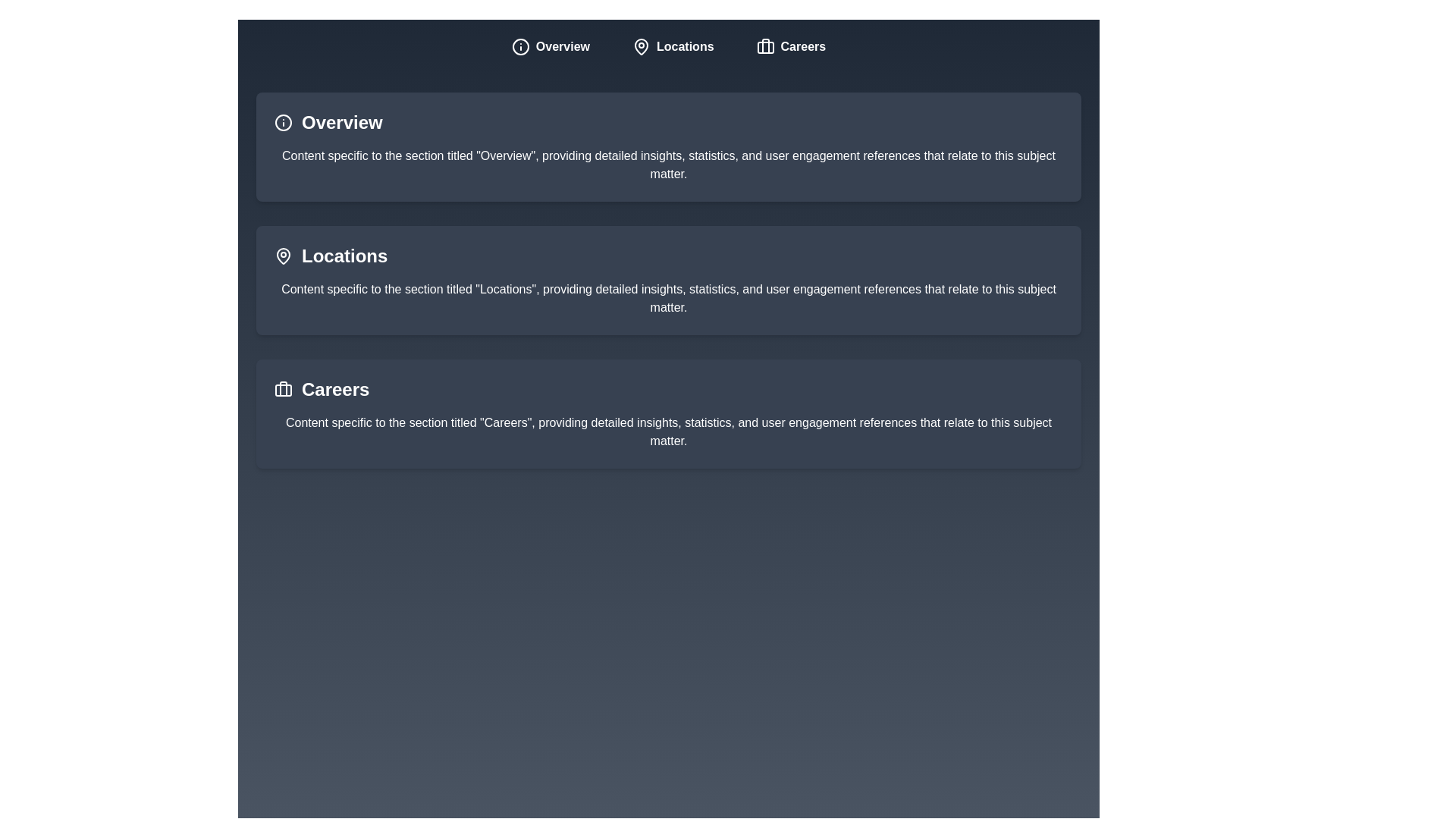 This screenshot has height=819, width=1456. I want to click on the briefcase icon in the navigation bar, so click(765, 45).